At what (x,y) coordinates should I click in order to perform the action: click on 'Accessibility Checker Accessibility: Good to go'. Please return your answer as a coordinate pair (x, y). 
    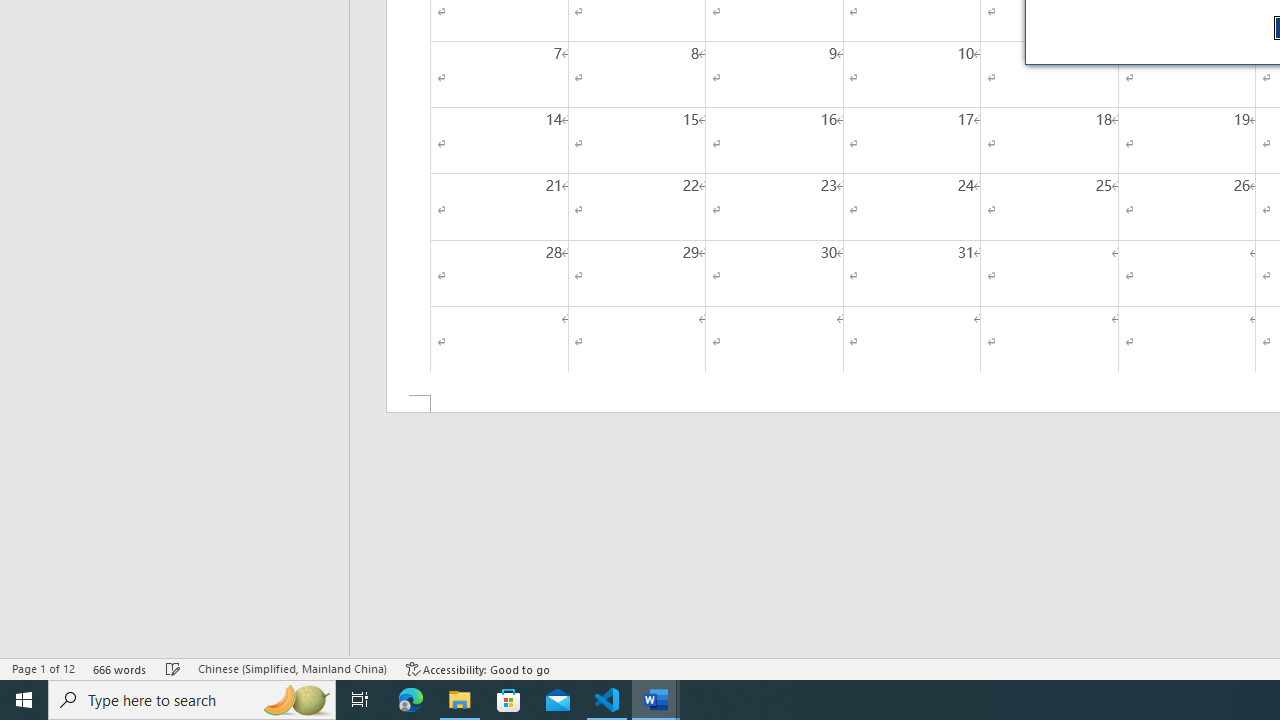
    Looking at the image, I should click on (477, 669).